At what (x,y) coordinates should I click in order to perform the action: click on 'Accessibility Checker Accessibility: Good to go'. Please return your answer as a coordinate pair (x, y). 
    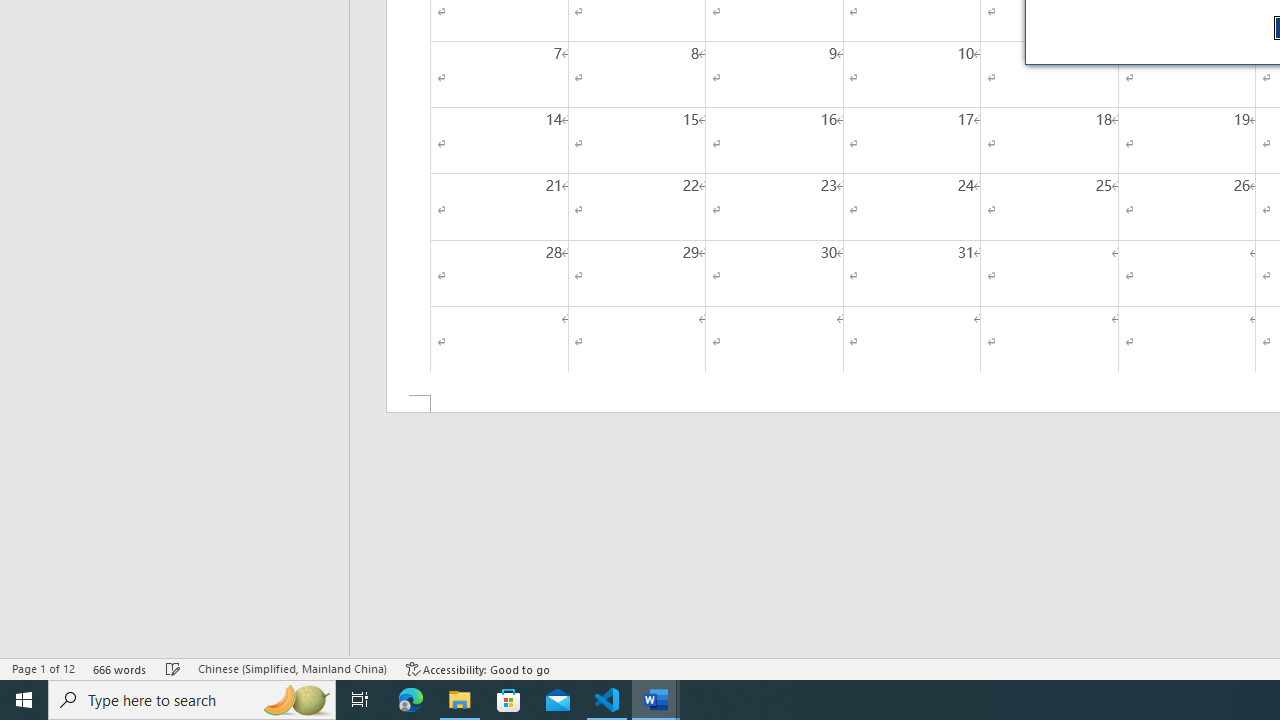
    Looking at the image, I should click on (477, 669).